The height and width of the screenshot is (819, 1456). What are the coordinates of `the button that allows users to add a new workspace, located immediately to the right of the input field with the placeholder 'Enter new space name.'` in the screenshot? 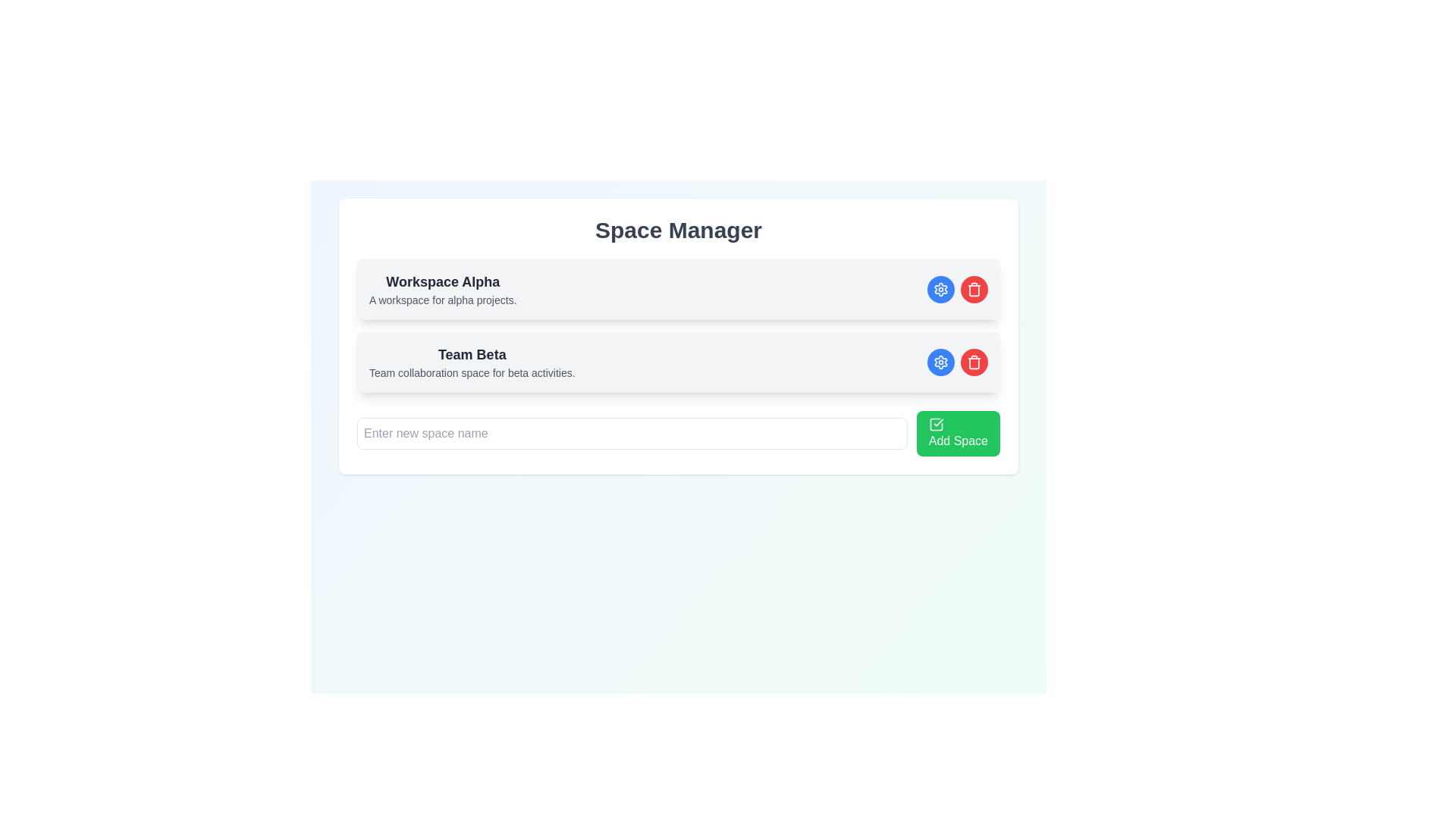 It's located at (957, 433).